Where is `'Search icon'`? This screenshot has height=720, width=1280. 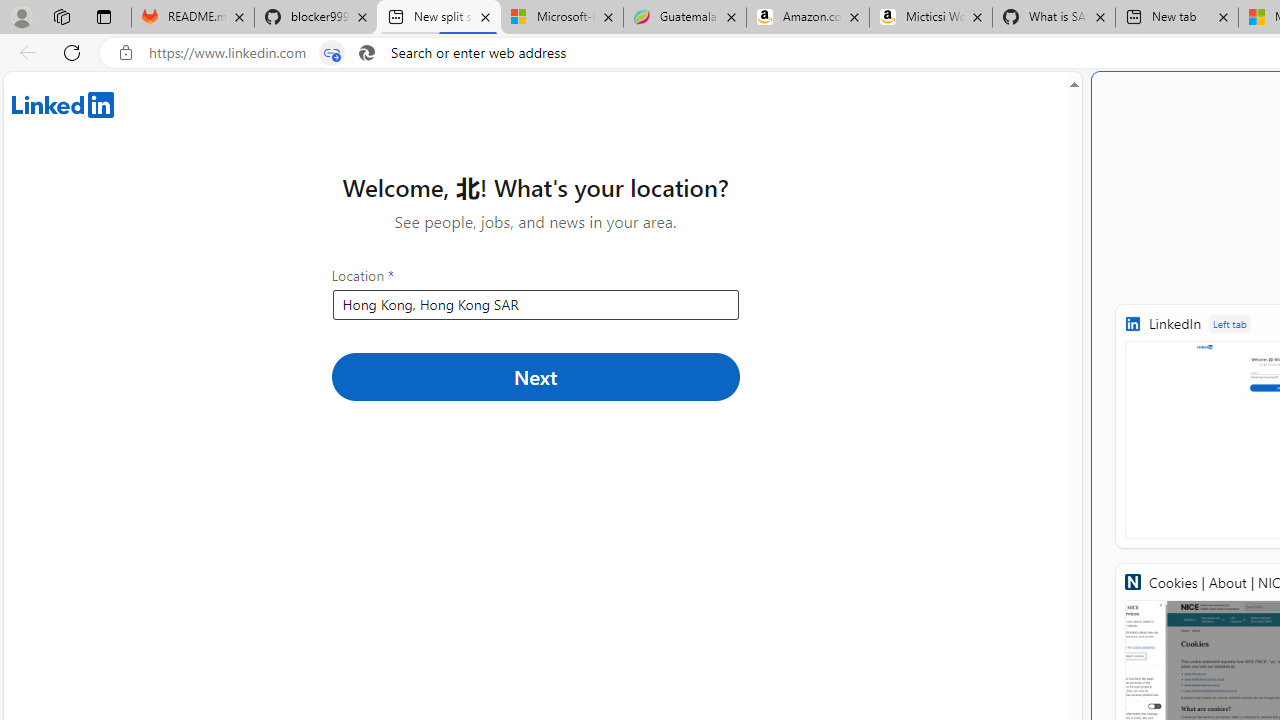
'Search icon' is located at coordinates (366, 52).